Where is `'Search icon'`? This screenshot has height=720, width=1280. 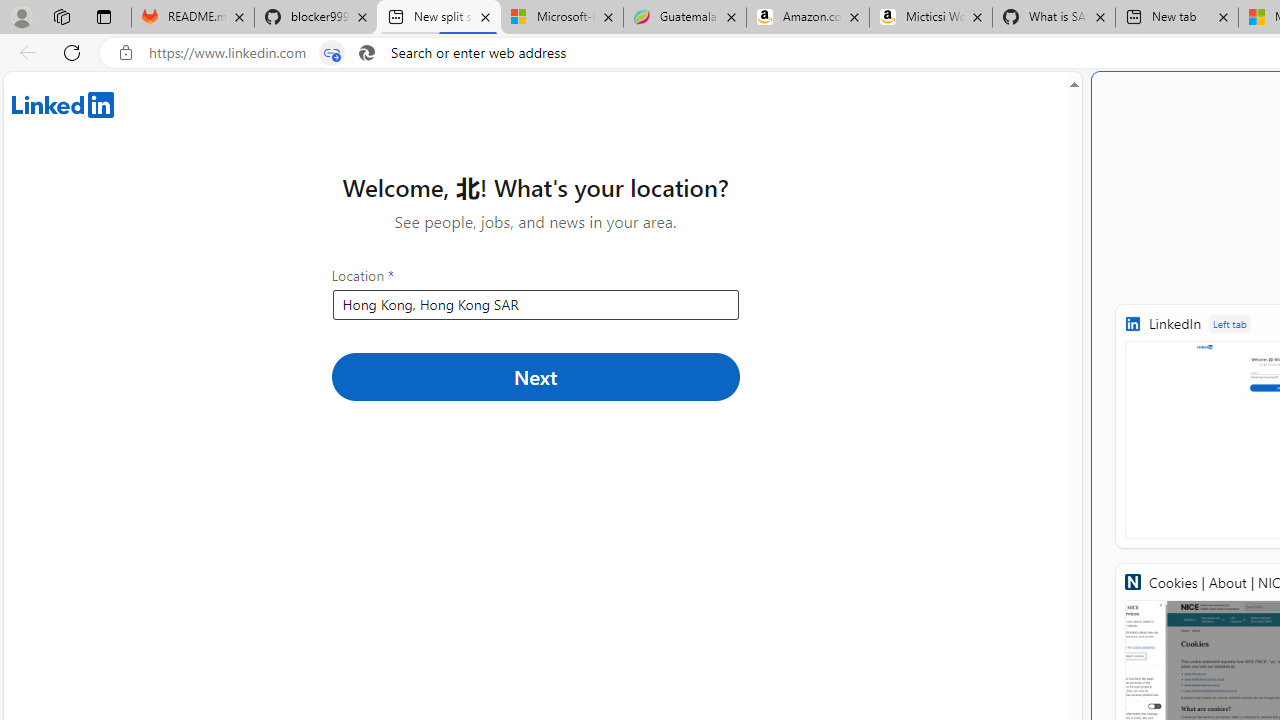
'Search icon' is located at coordinates (366, 52).